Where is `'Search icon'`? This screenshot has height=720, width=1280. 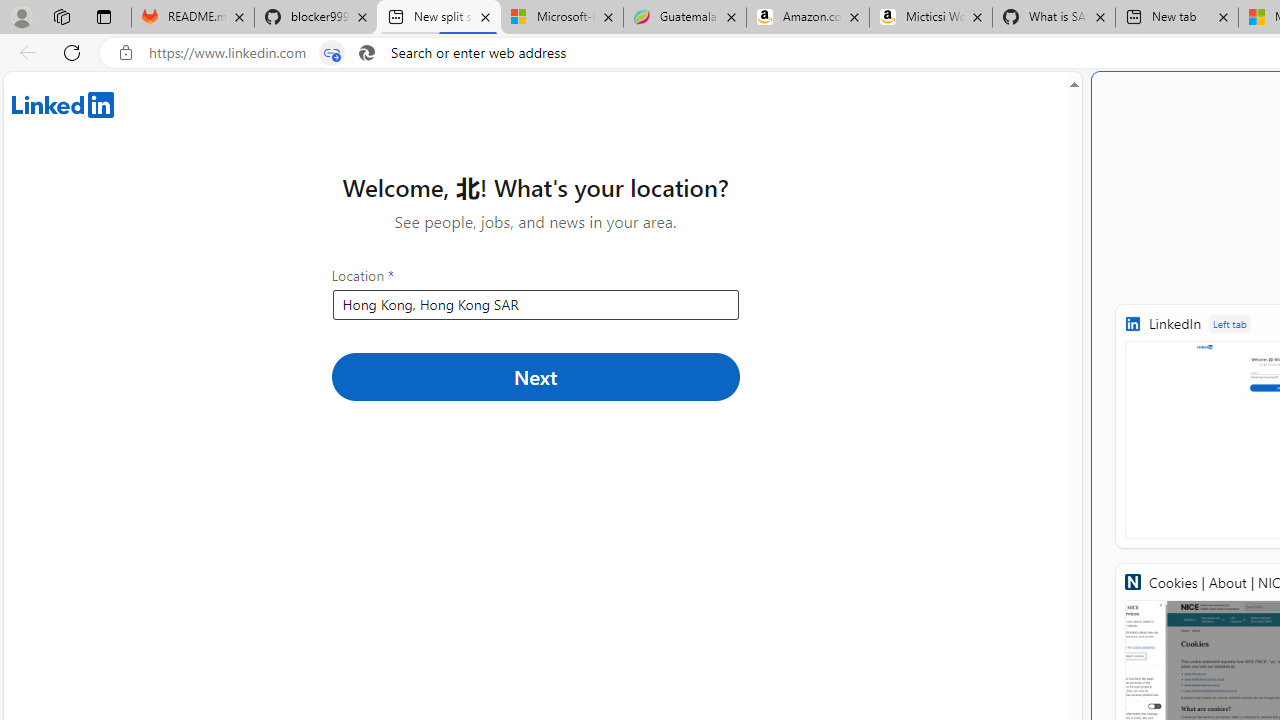
'Search icon' is located at coordinates (366, 52).